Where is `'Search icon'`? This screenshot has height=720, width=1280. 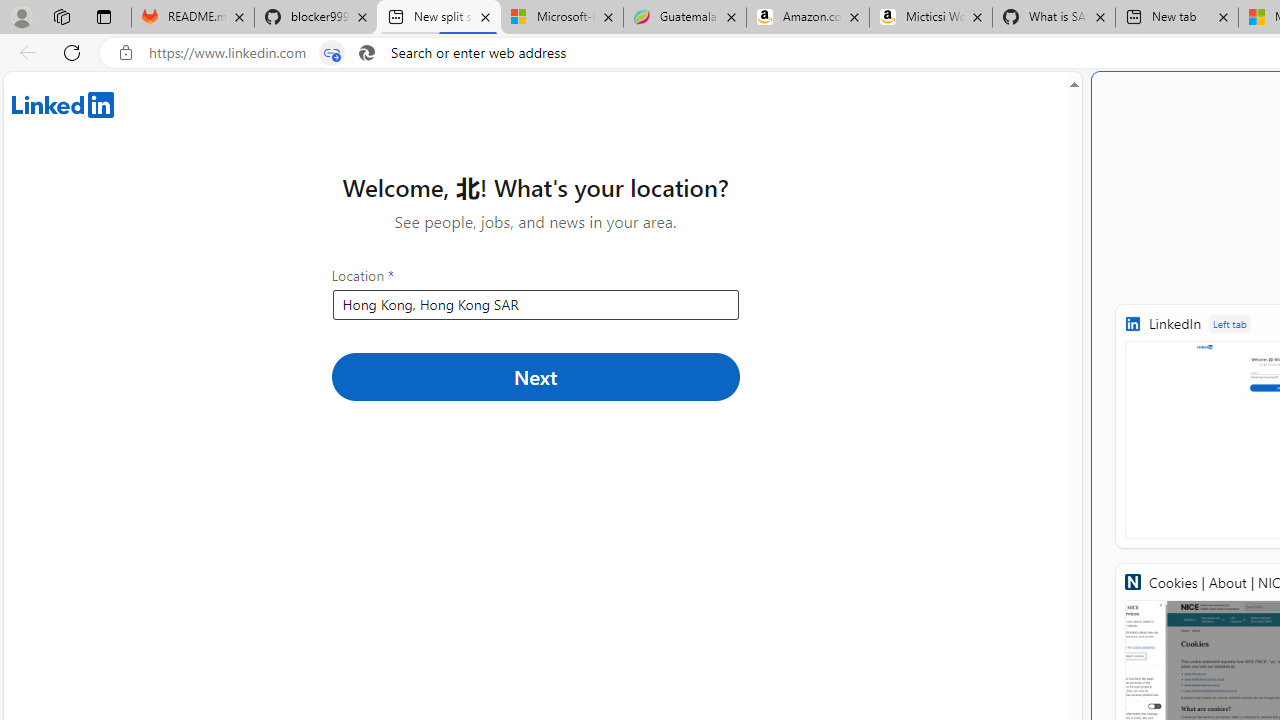
'Search icon' is located at coordinates (366, 52).